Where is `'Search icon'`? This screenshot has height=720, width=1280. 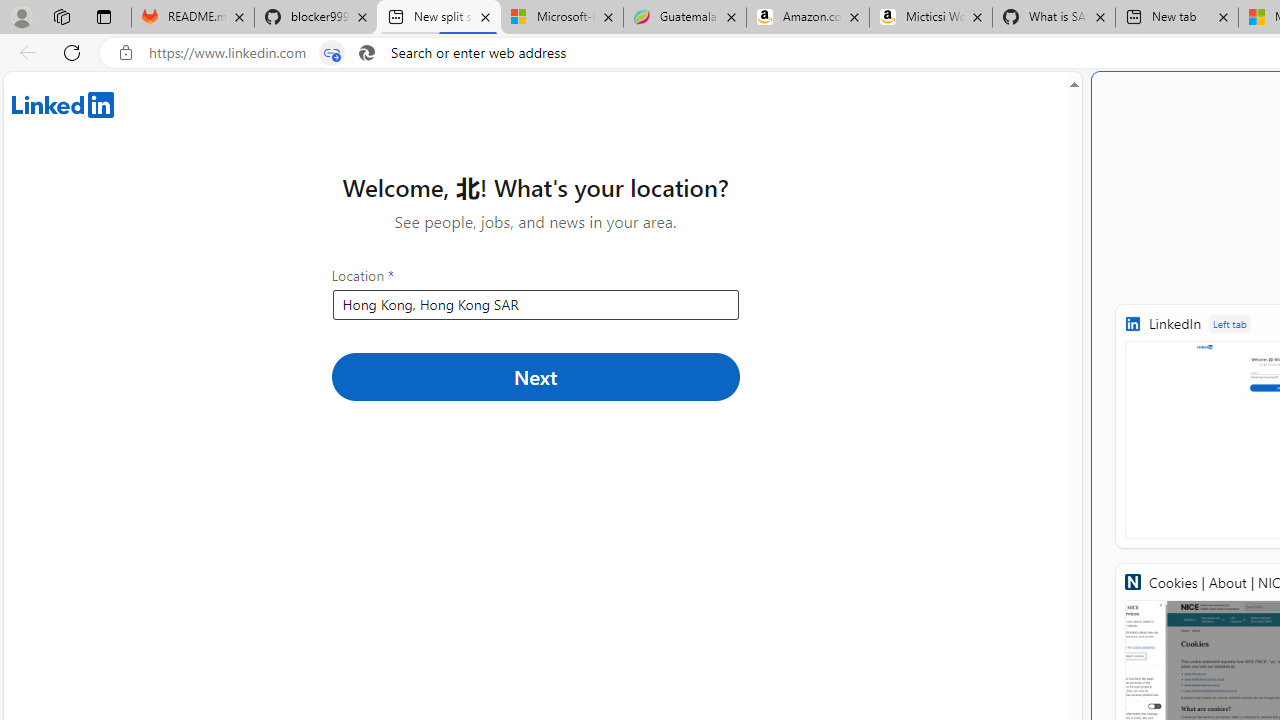
'Search icon' is located at coordinates (366, 52).